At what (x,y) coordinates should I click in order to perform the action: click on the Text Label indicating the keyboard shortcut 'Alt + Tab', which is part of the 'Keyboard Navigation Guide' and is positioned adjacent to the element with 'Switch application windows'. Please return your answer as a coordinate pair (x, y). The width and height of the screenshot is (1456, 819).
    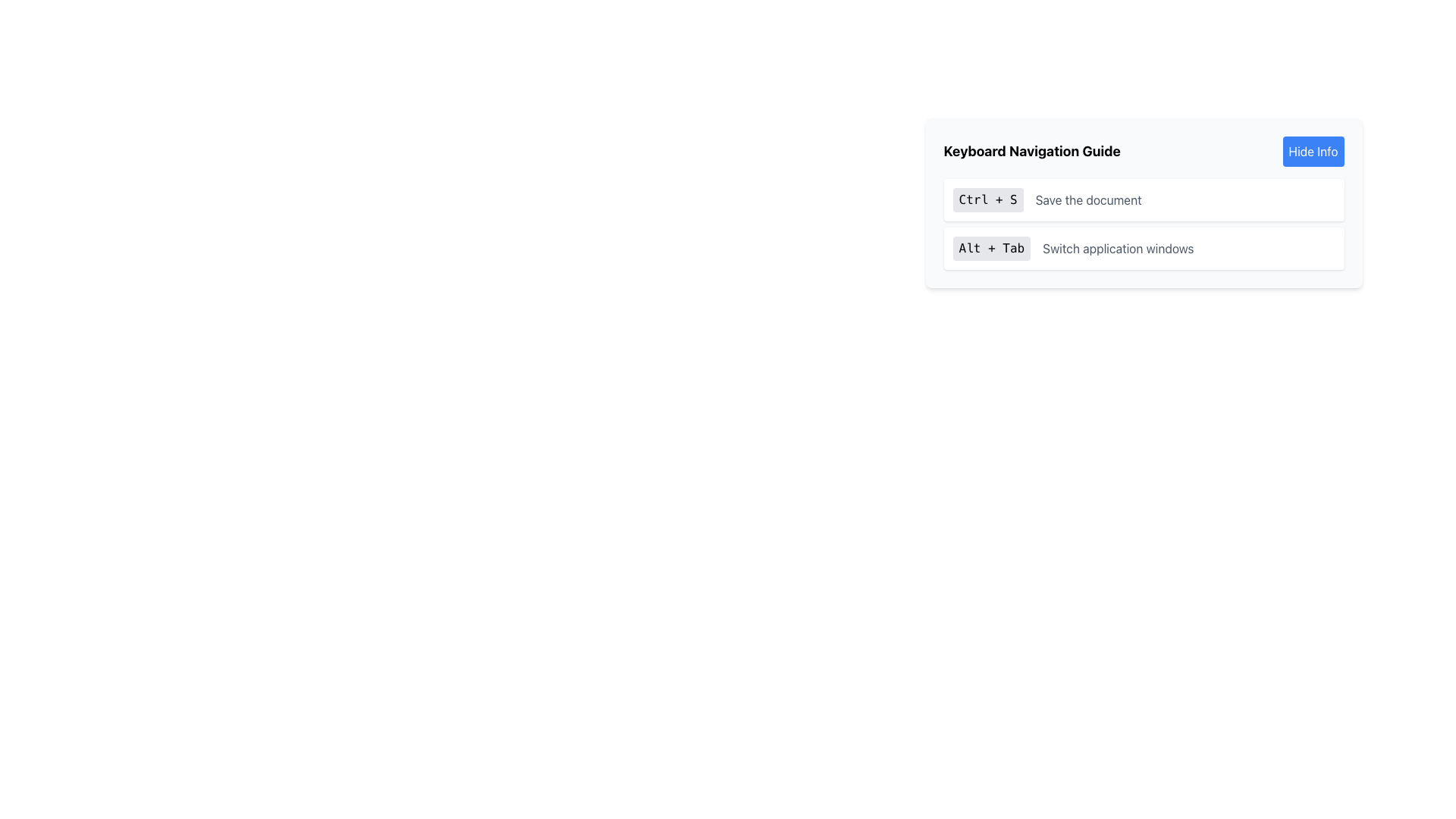
    Looking at the image, I should click on (991, 247).